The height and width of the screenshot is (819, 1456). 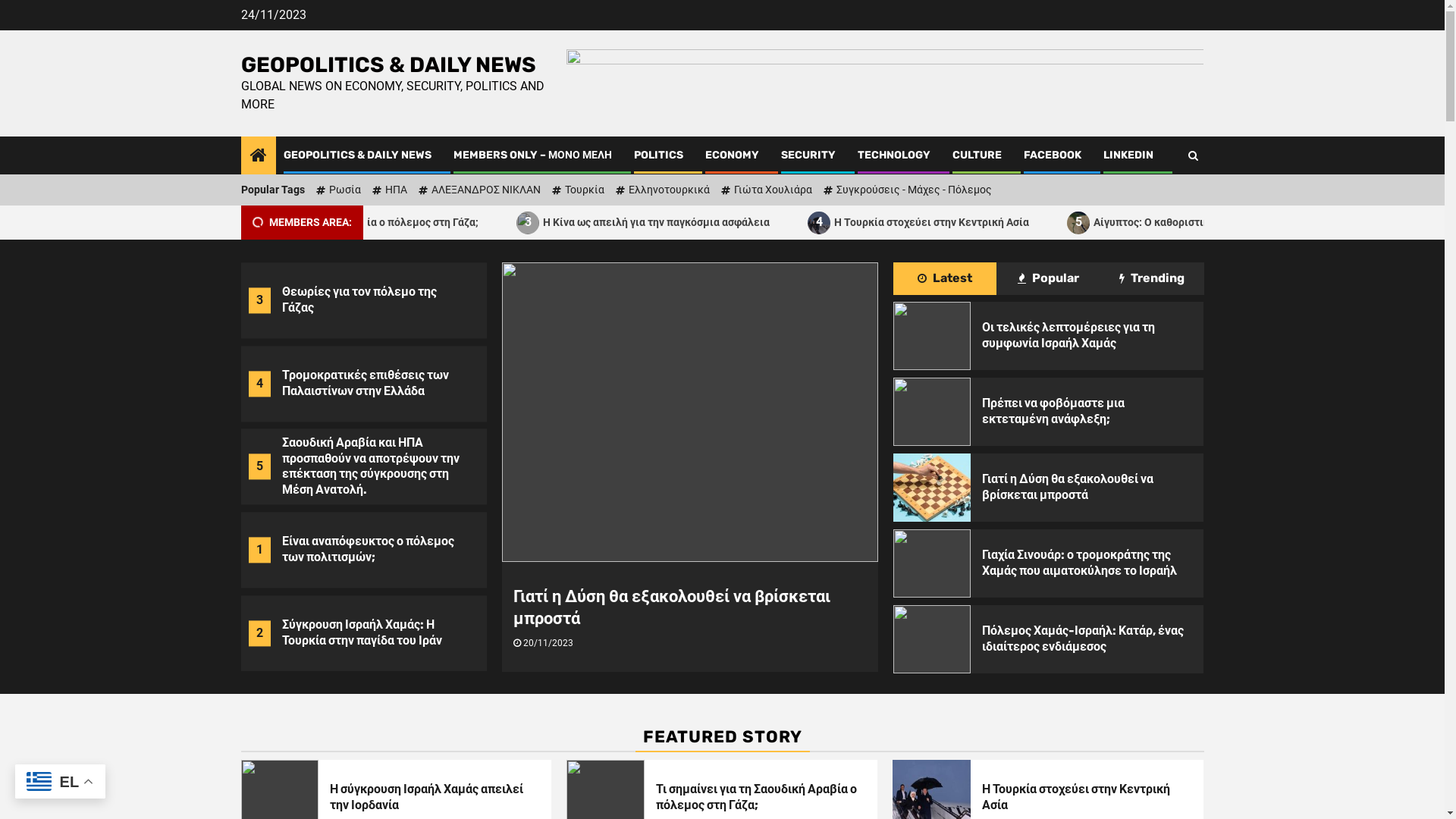 I want to click on 'GEOPOLITICS & DAILY NEWS', so click(x=356, y=155).